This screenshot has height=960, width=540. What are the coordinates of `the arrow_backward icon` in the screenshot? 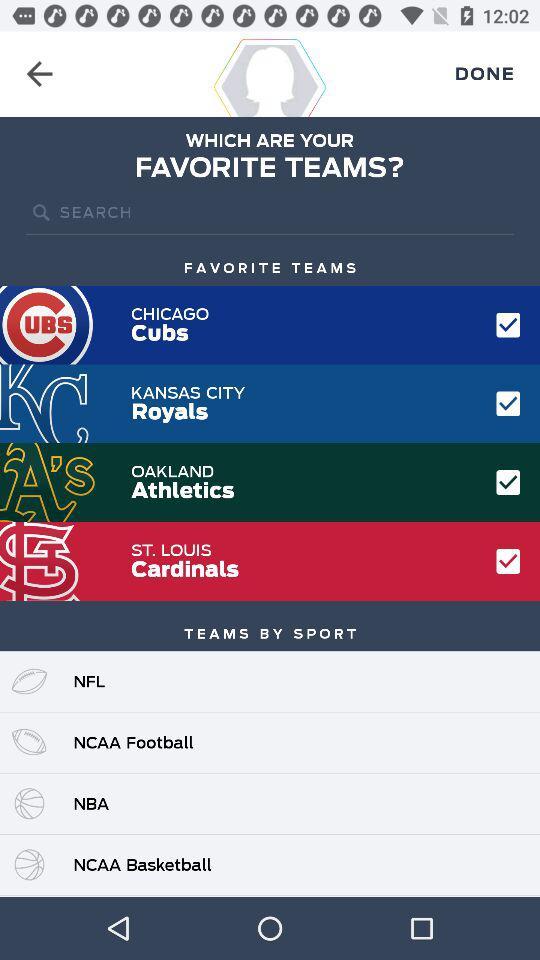 It's located at (39, 74).